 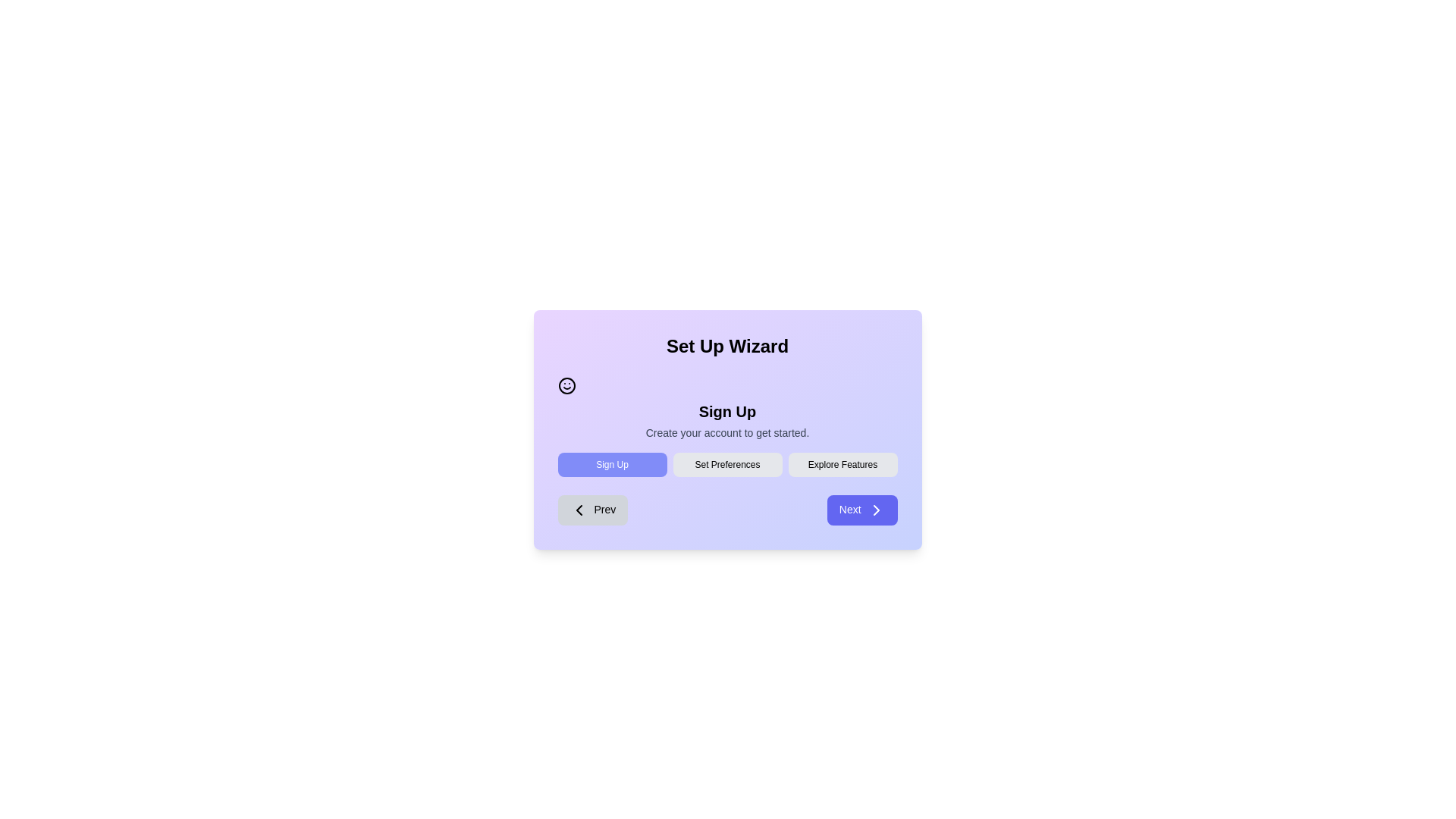 What do you see at coordinates (612, 464) in the screenshot?
I see `text label within the button that initiates the sign-up process, which is positioned in the center of the page layout and is the first button in a horizontal row` at bounding box center [612, 464].